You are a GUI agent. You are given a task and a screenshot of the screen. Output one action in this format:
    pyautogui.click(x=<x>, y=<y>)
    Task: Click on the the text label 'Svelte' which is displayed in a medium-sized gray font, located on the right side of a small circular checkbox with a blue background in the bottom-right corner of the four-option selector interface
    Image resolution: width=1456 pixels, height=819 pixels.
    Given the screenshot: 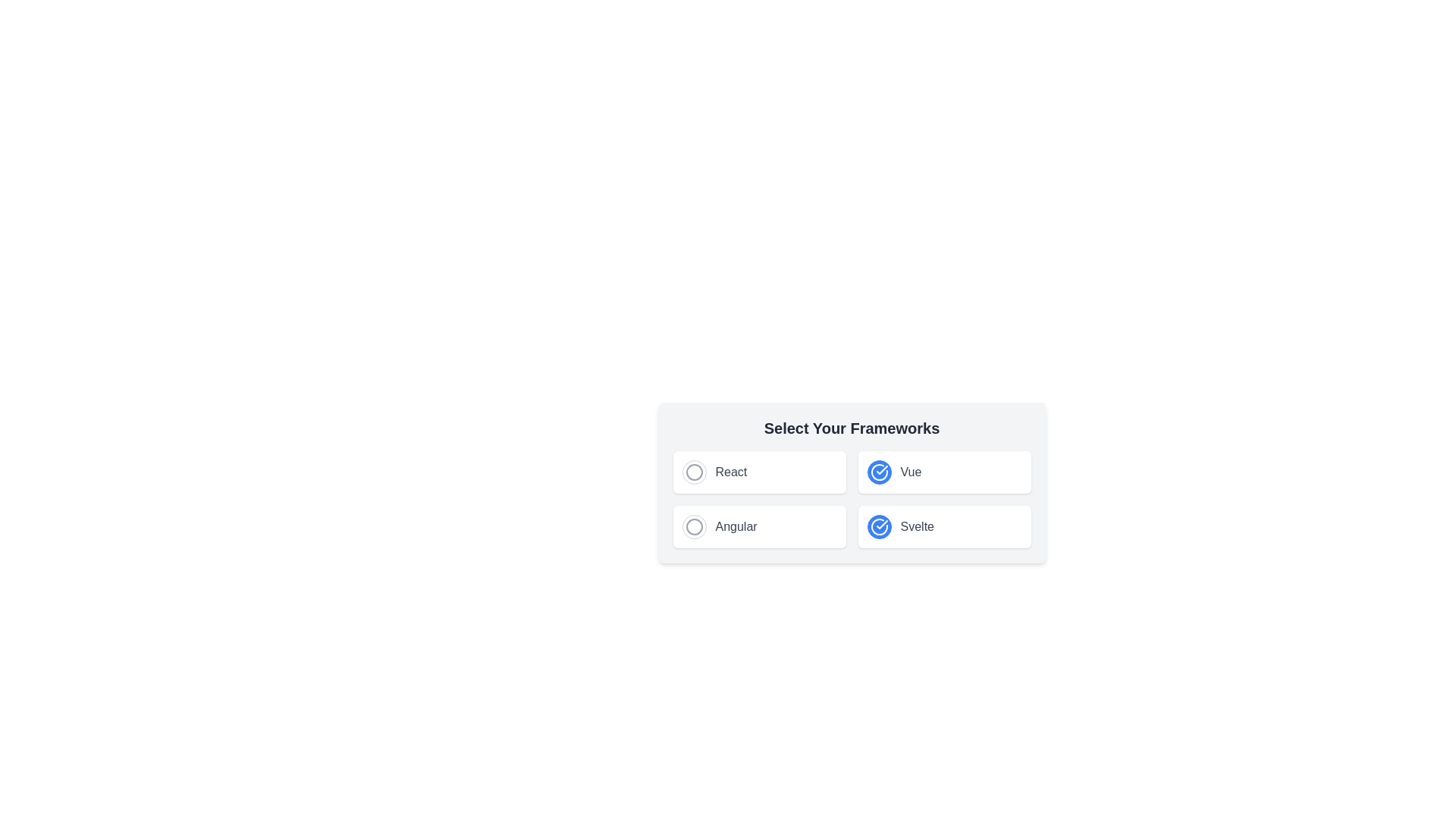 What is the action you would take?
    pyautogui.click(x=916, y=526)
    